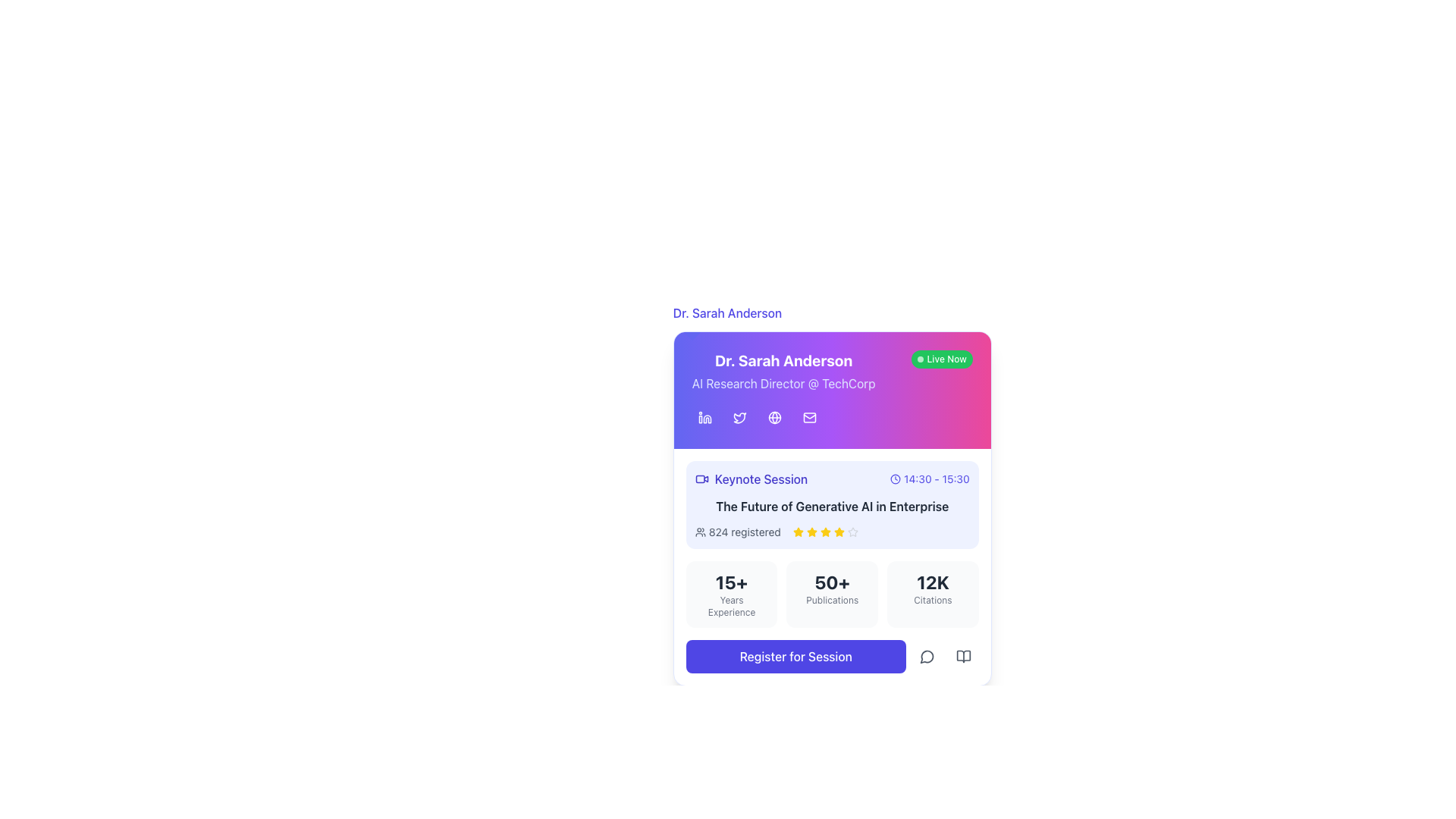 This screenshot has width=1456, height=819. I want to click on the Twitter icon located in the horizontal row of social media icons below the user profile card, so click(739, 418).